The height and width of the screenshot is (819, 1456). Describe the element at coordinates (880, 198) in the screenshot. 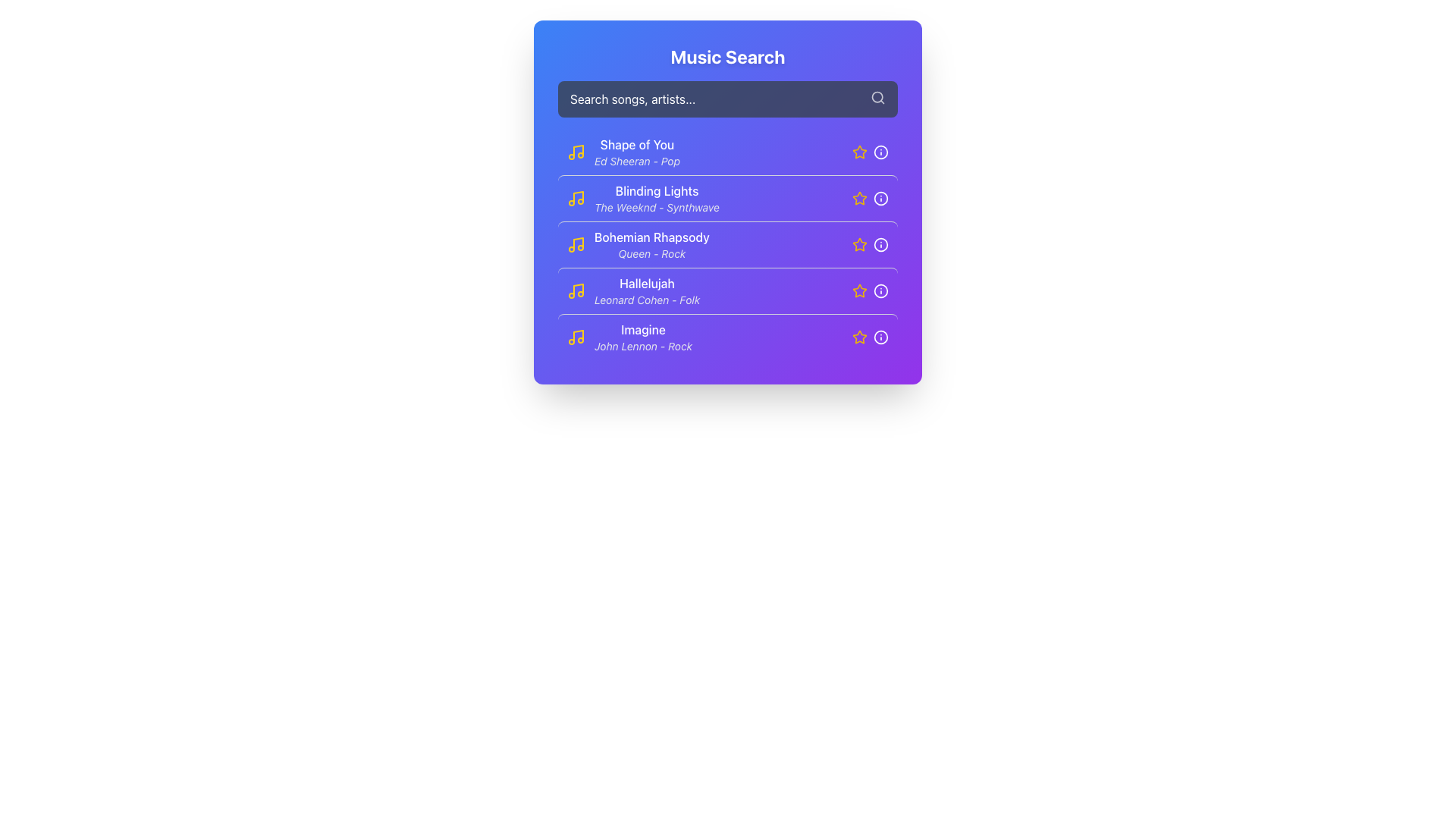

I see `the SVG Circle element styled with a border stroke, positioned within the rightmost region of the second row, next to the star icon of the 'Blinding Lights' entry` at that location.